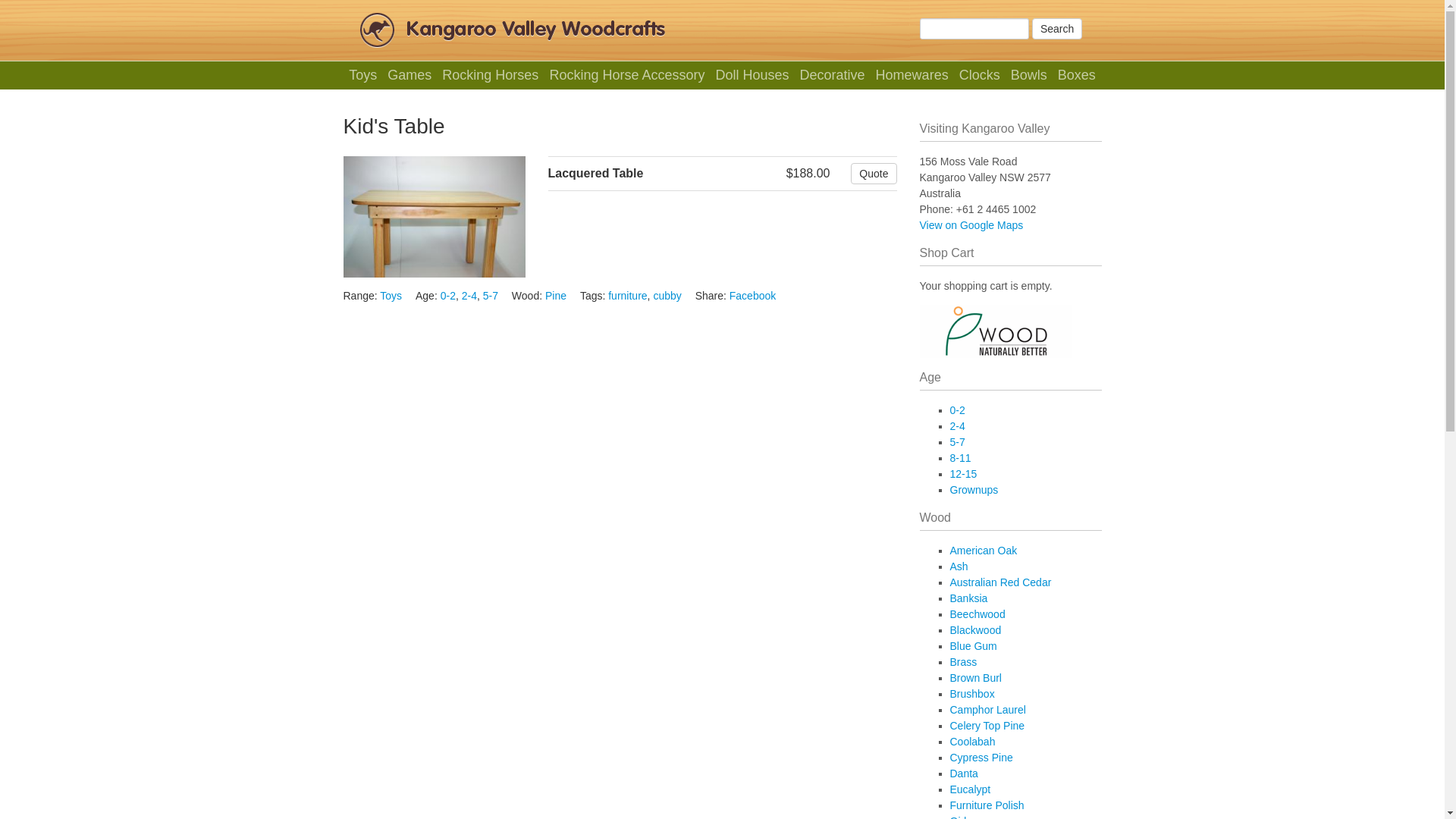 The image size is (1456, 819). What do you see at coordinates (874, 172) in the screenshot?
I see `'Quote'` at bounding box center [874, 172].